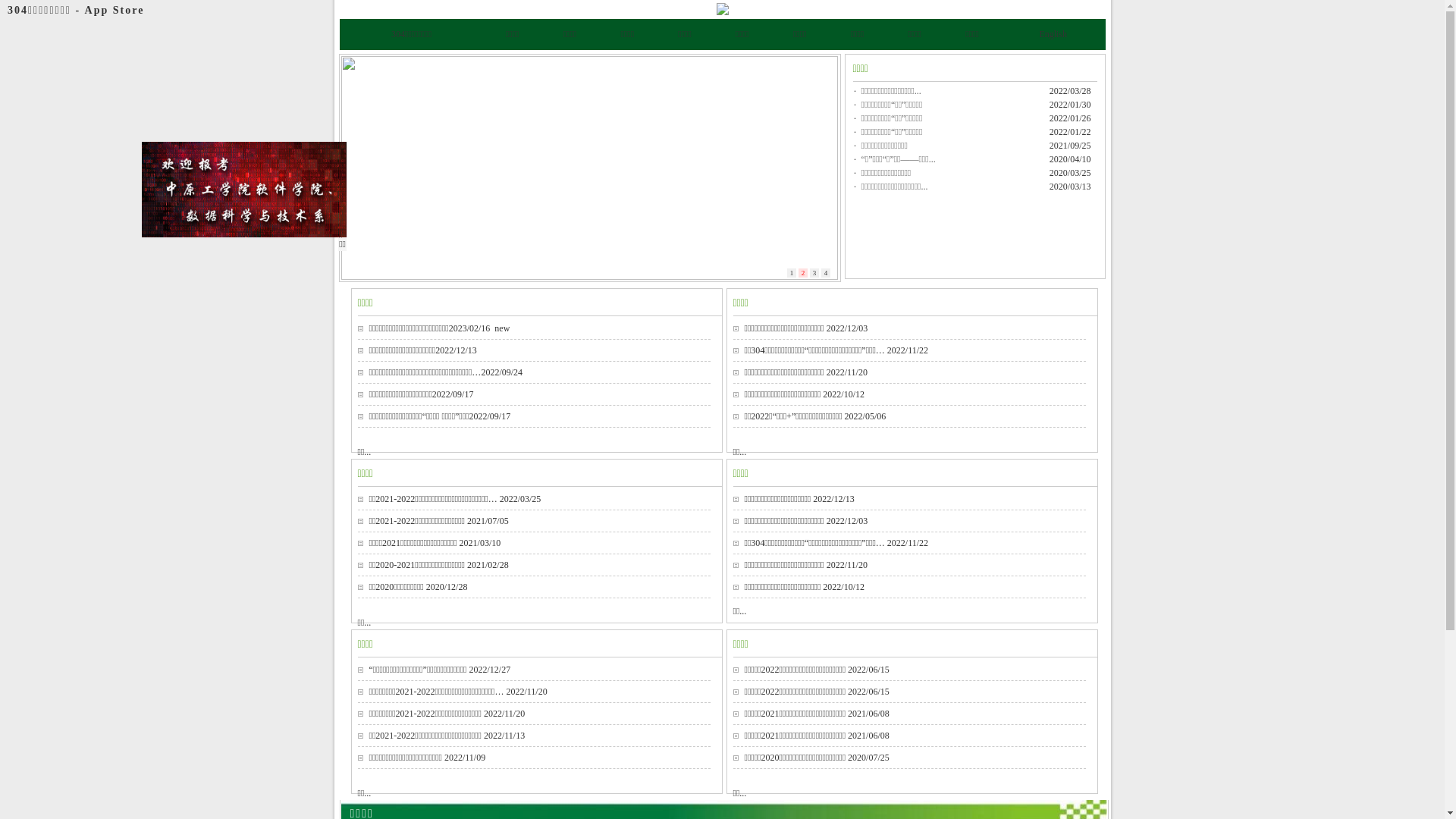 This screenshot has height=819, width=1456. Describe the element at coordinates (1036, 34) in the screenshot. I see `' English '` at that location.